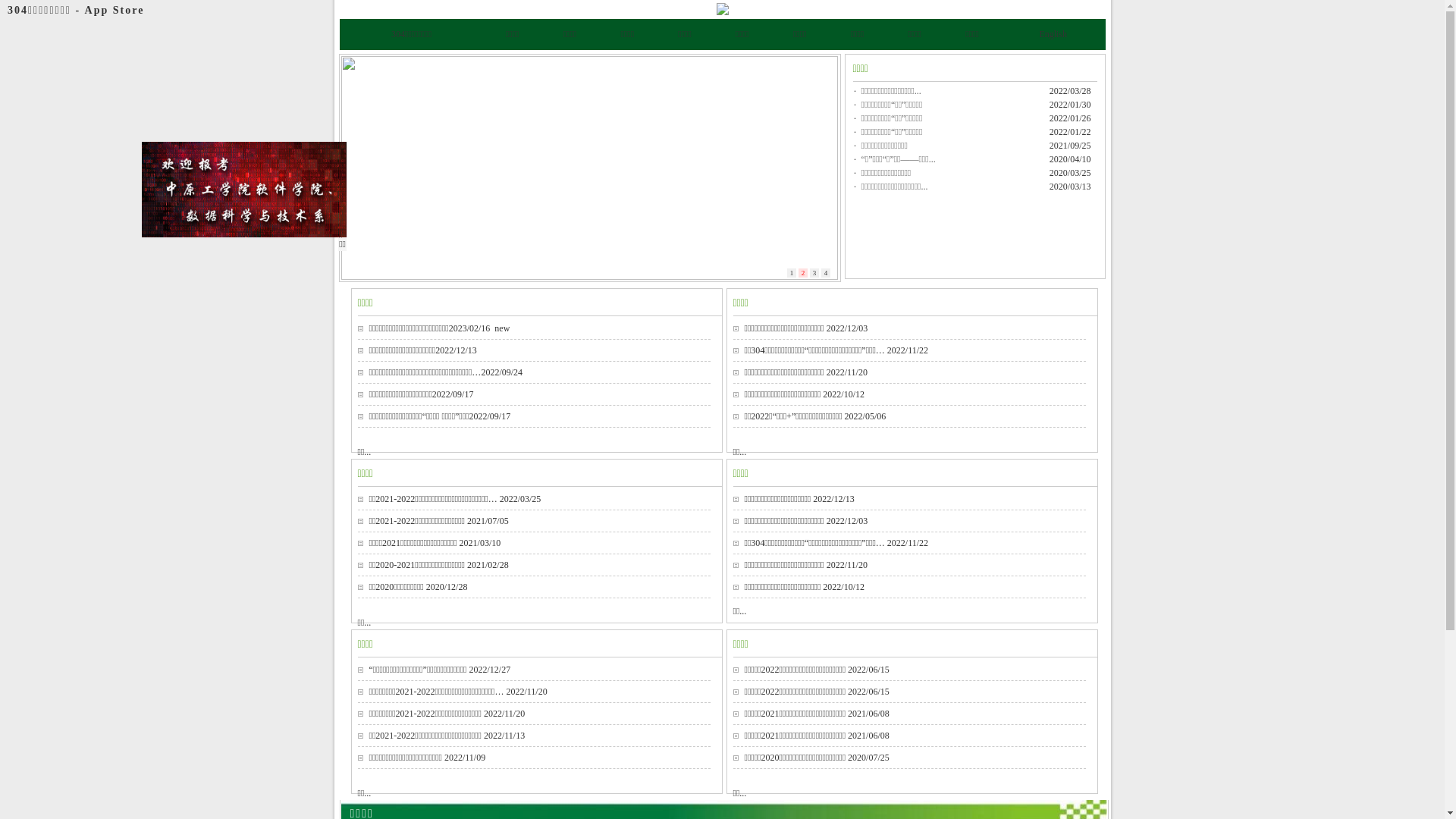 This screenshot has height=819, width=1456. Describe the element at coordinates (1036, 34) in the screenshot. I see `' English '` at that location.